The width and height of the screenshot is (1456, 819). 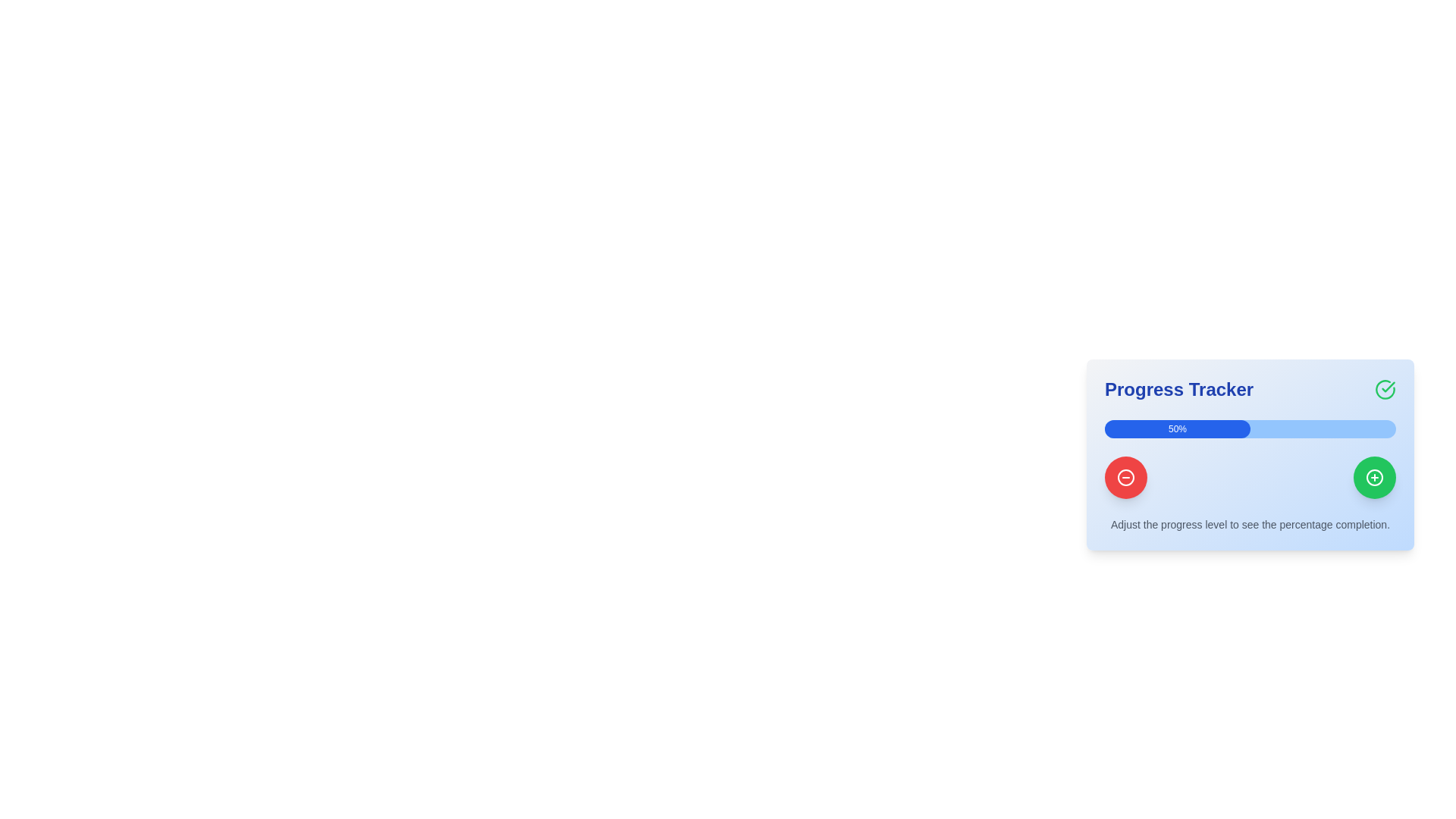 I want to click on arc element of the circular checkmark graphic in the 'Progress Tracker' card located in the top-right corner, so click(x=1385, y=388).